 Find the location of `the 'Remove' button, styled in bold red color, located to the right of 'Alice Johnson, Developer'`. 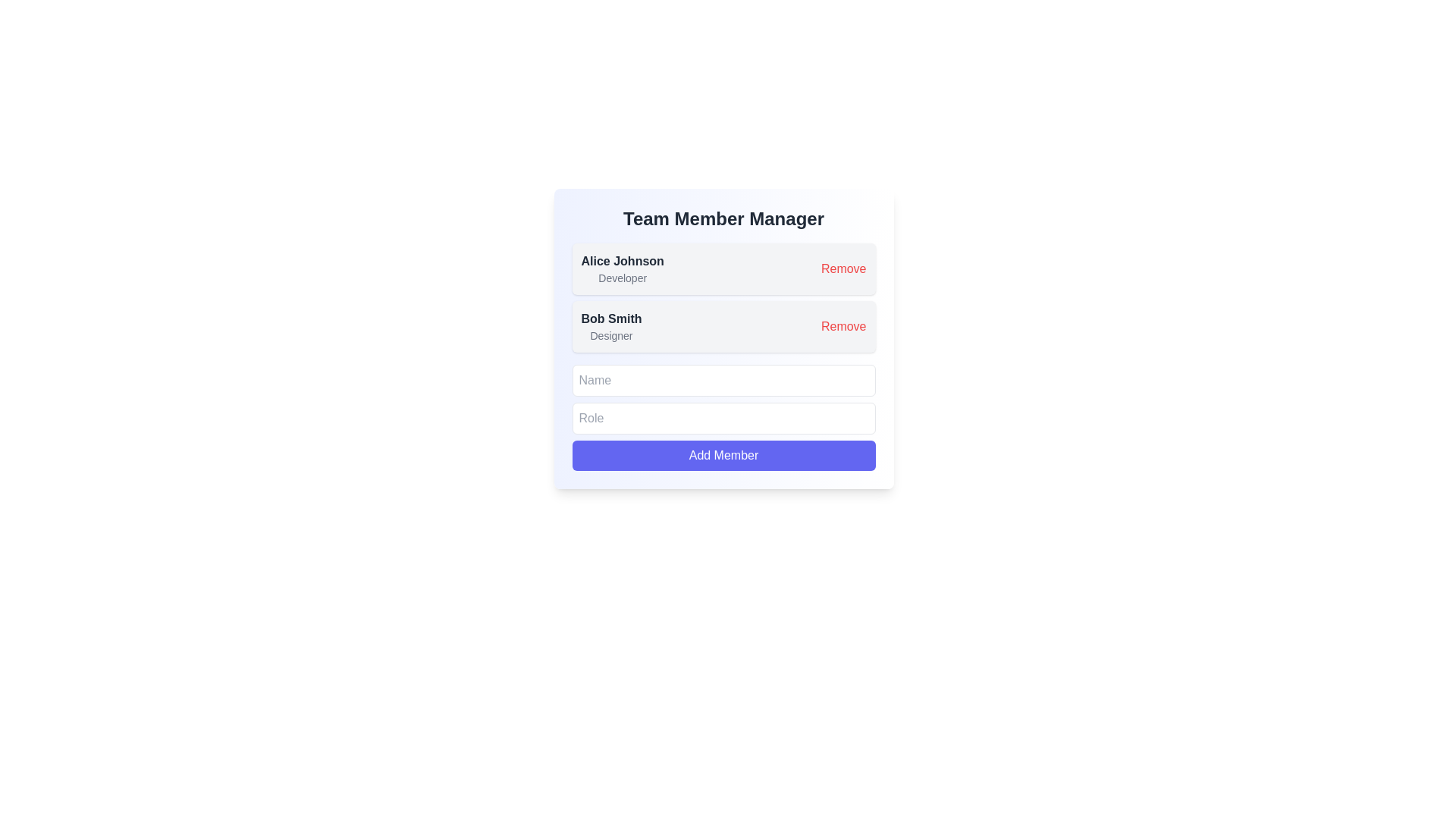

the 'Remove' button, styled in bold red color, located to the right of 'Alice Johnson, Developer' is located at coordinates (843, 268).